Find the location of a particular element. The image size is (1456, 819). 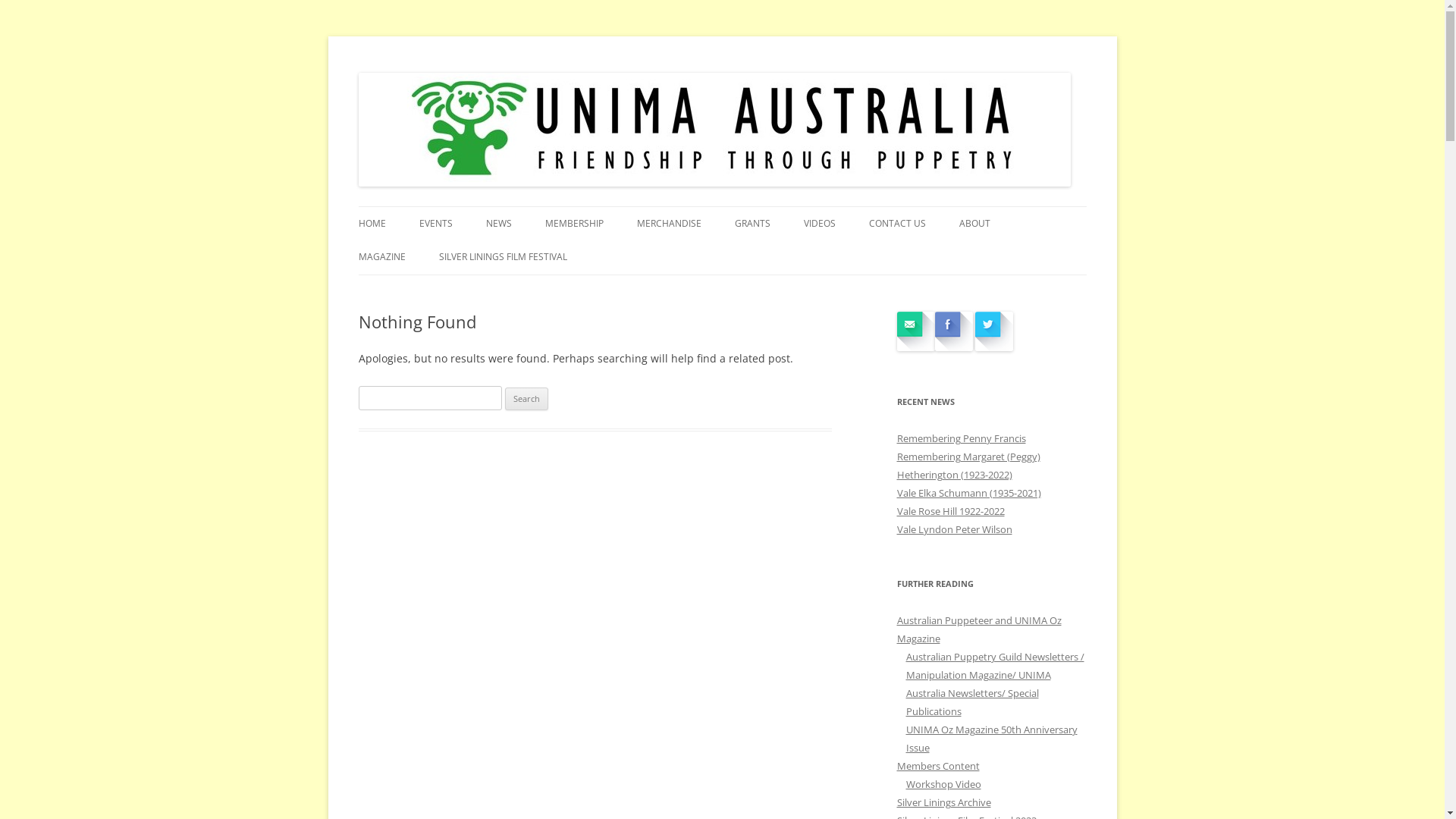

'GRANTS' is located at coordinates (752, 223).